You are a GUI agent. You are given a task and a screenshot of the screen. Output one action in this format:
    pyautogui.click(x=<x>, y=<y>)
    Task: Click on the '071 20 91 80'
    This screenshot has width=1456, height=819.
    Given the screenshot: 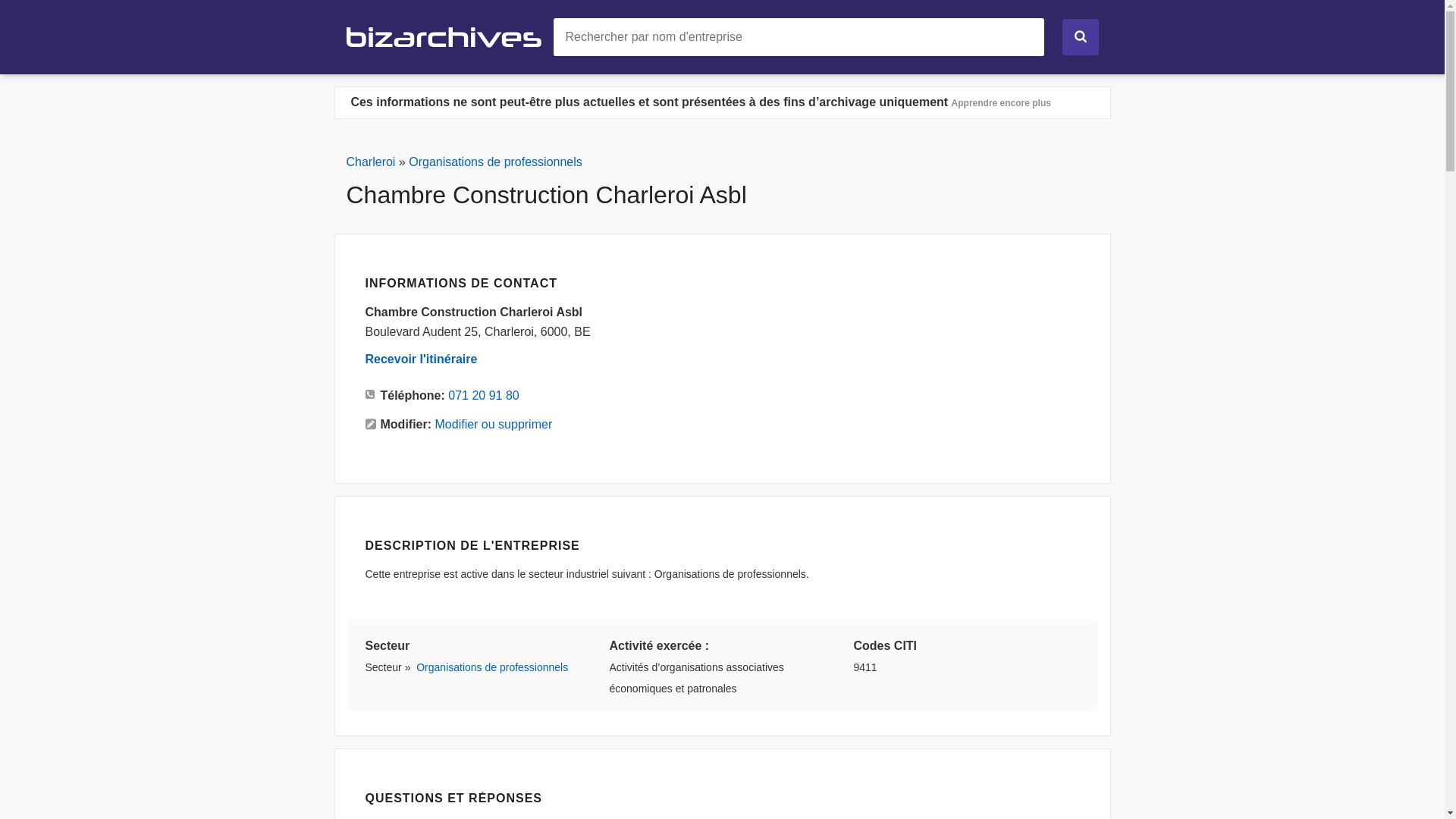 What is the action you would take?
    pyautogui.click(x=447, y=394)
    